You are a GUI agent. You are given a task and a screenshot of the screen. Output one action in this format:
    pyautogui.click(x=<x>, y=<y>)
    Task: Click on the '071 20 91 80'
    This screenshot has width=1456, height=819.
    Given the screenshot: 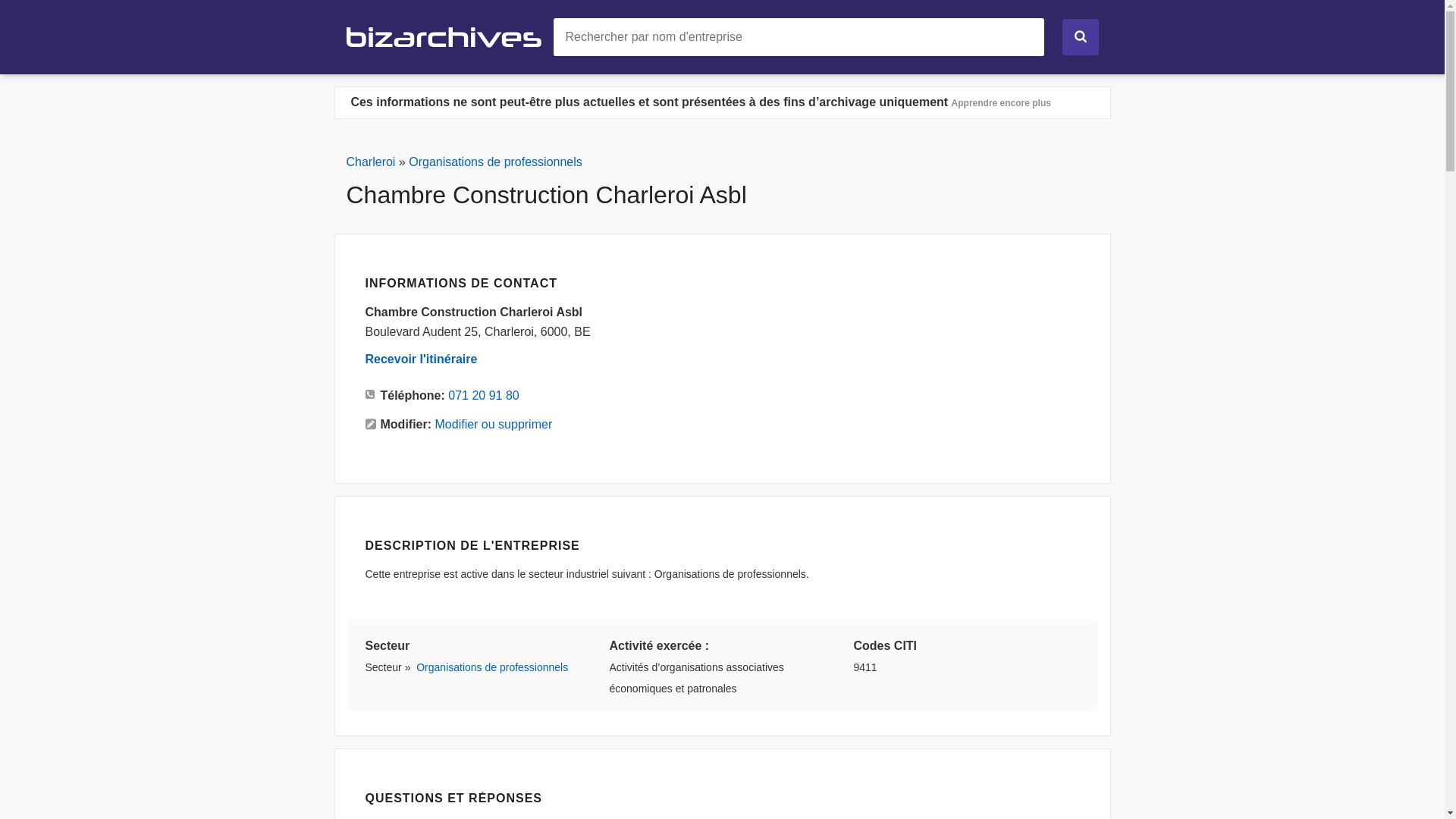 What is the action you would take?
    pyautogui.click(x=447, y=394)
    